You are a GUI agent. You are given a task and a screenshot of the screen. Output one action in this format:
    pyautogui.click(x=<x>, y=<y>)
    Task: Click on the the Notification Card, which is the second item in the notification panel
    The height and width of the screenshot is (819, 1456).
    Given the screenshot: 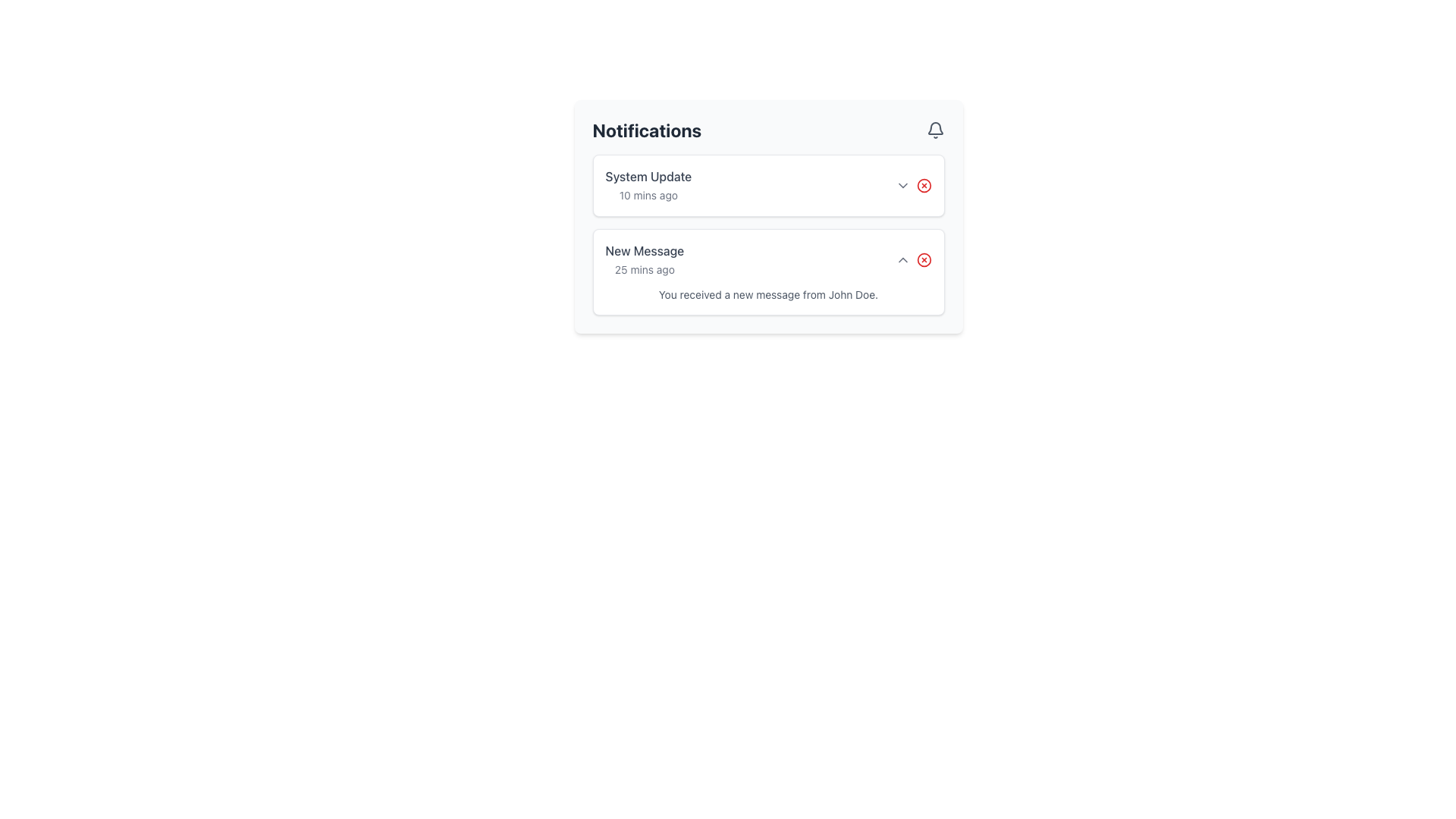 What is the action you would take?
    pyautogui.click(x=768, y=234)
    